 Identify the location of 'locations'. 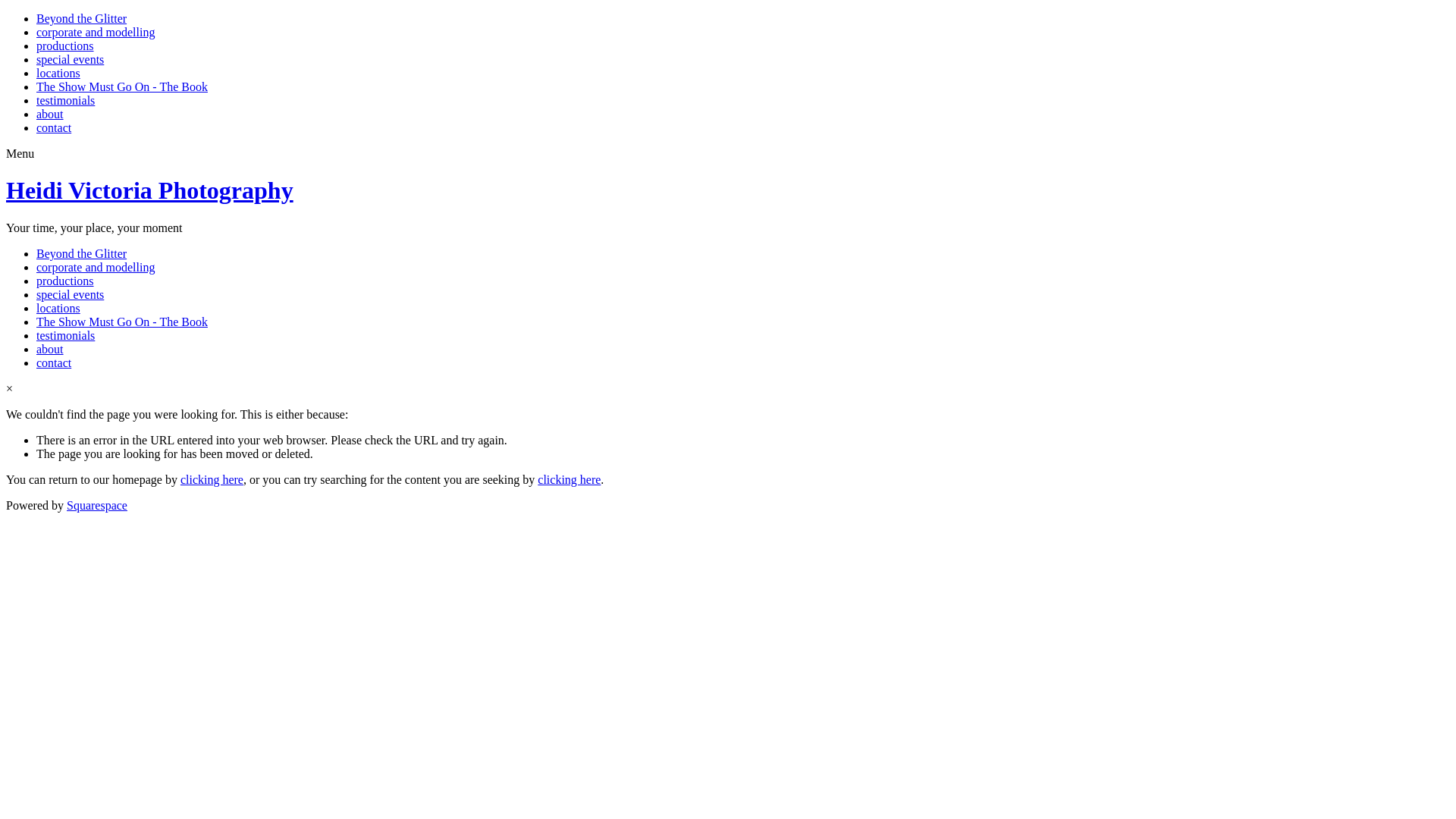
(36, 73).